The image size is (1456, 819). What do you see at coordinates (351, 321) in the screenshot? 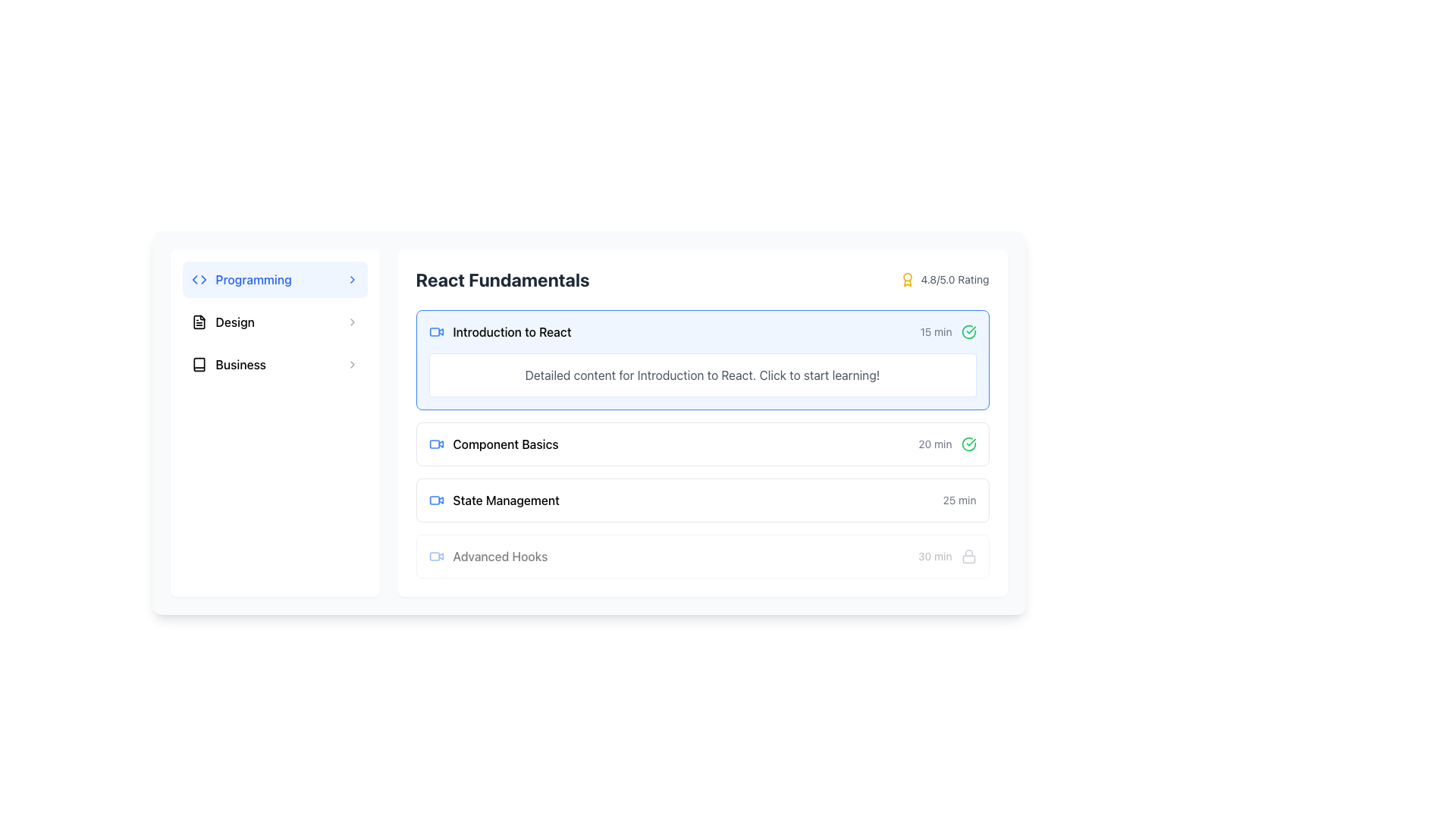
I see `the small right-facing chevron icon next to the 'Design' label` at bounding box center [351, 321].